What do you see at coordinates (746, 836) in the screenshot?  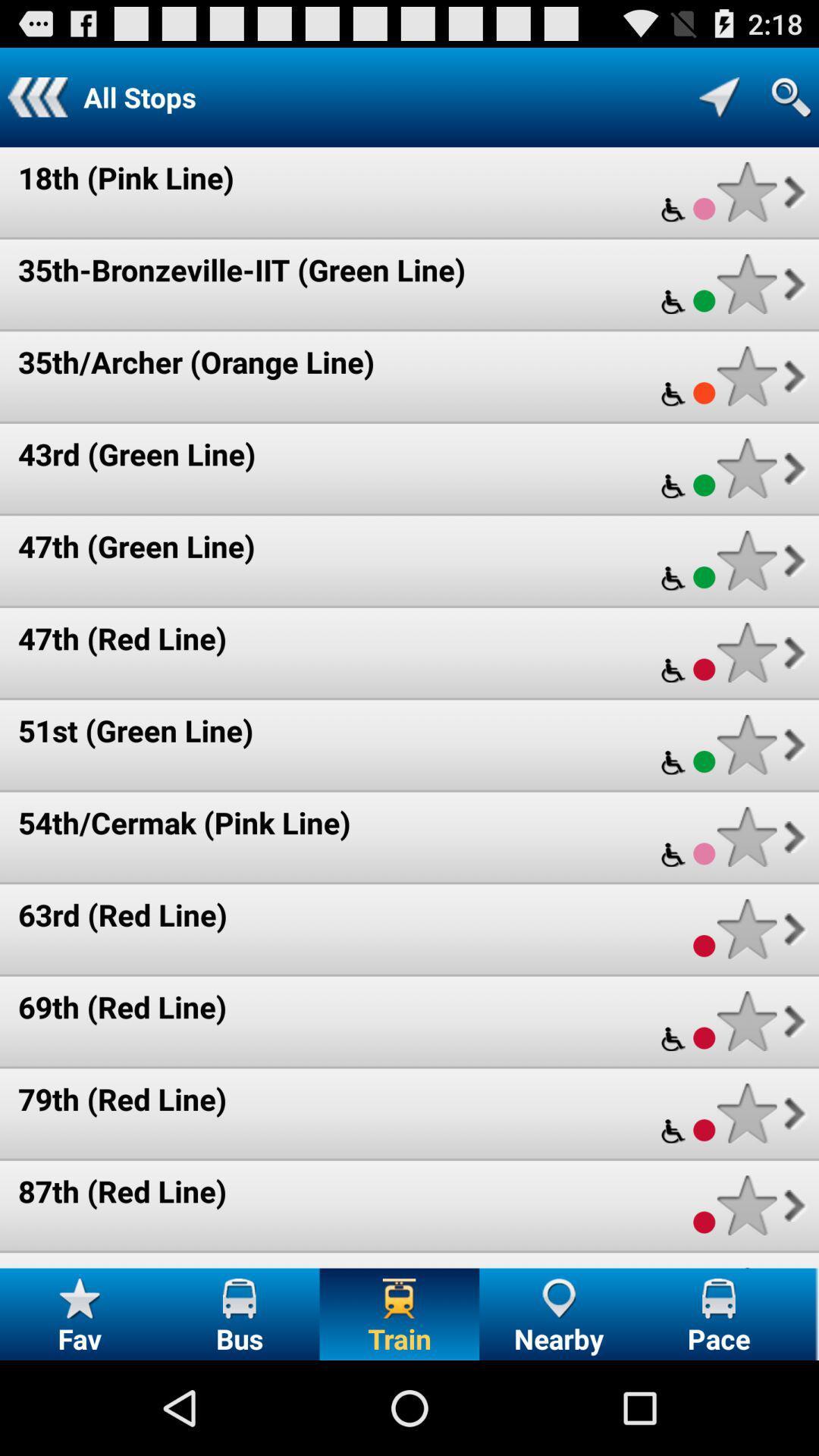 I see `favorite` at bounding box center [746, 836].